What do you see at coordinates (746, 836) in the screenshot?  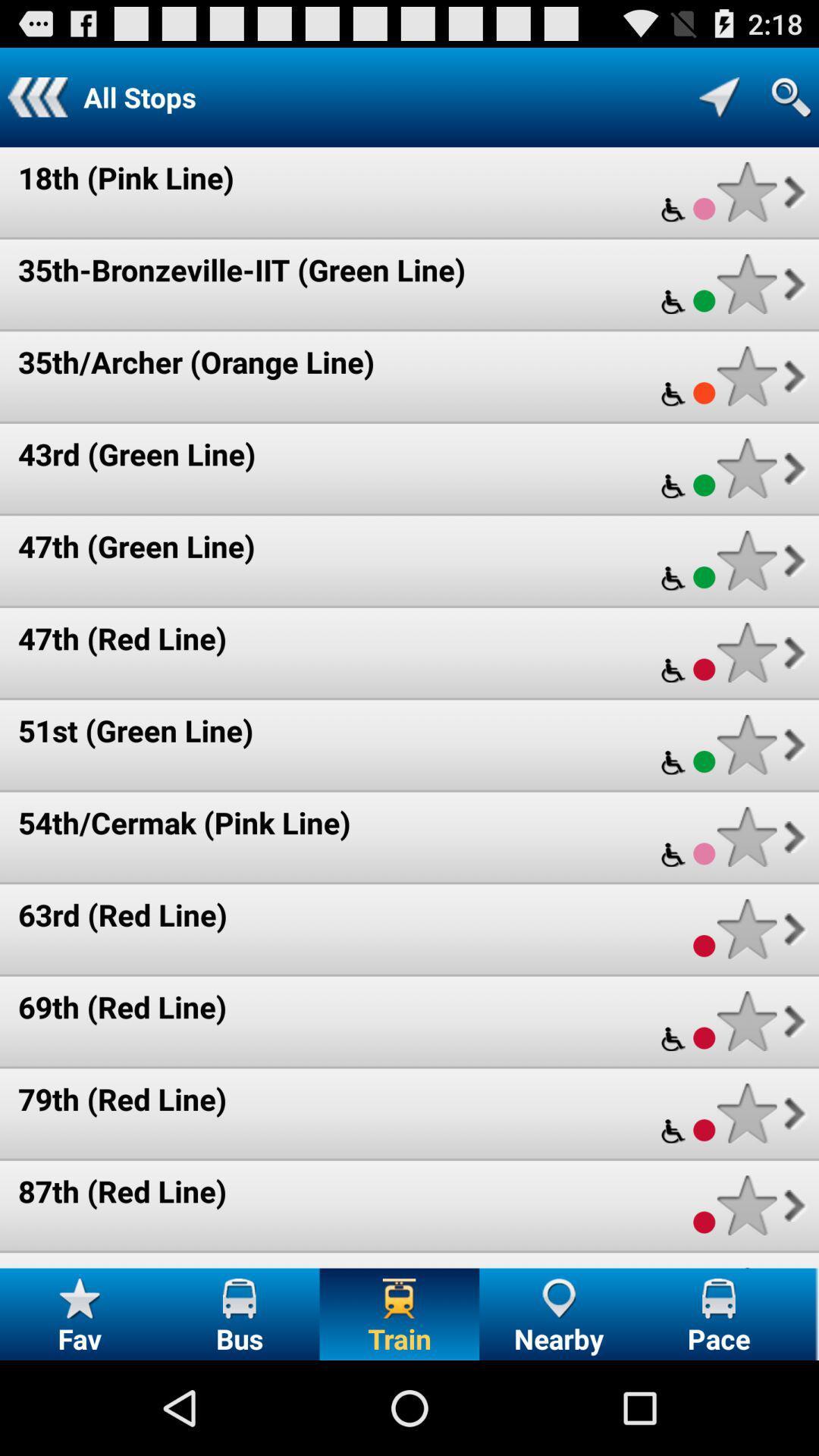 I see `favorite` at bounding box center [746, 836].